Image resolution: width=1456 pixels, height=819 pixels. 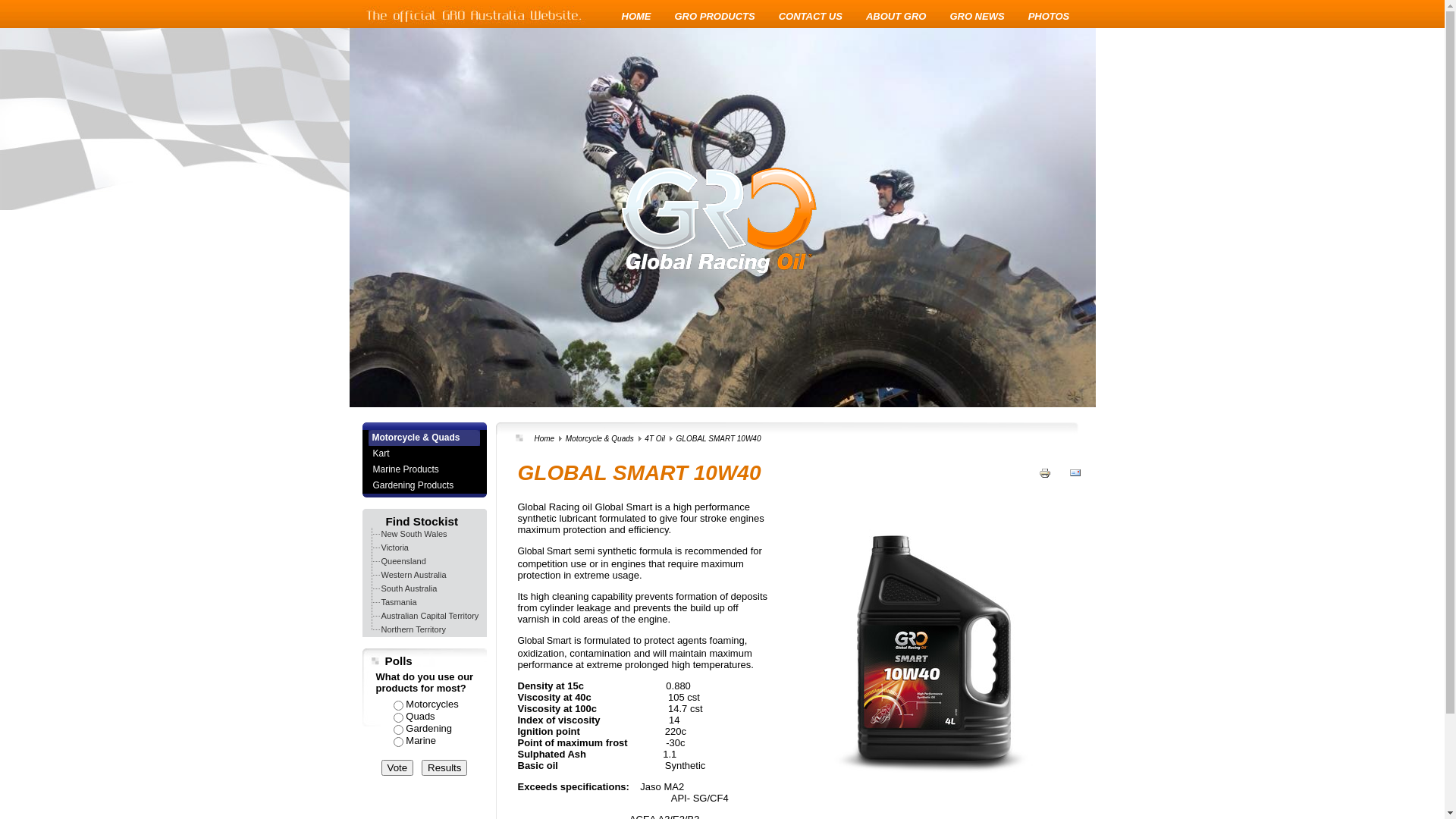 What do you see at coordinates (403, 561) in the screenshot?
I see `'Queensland'` at bounding box center [403, 561].